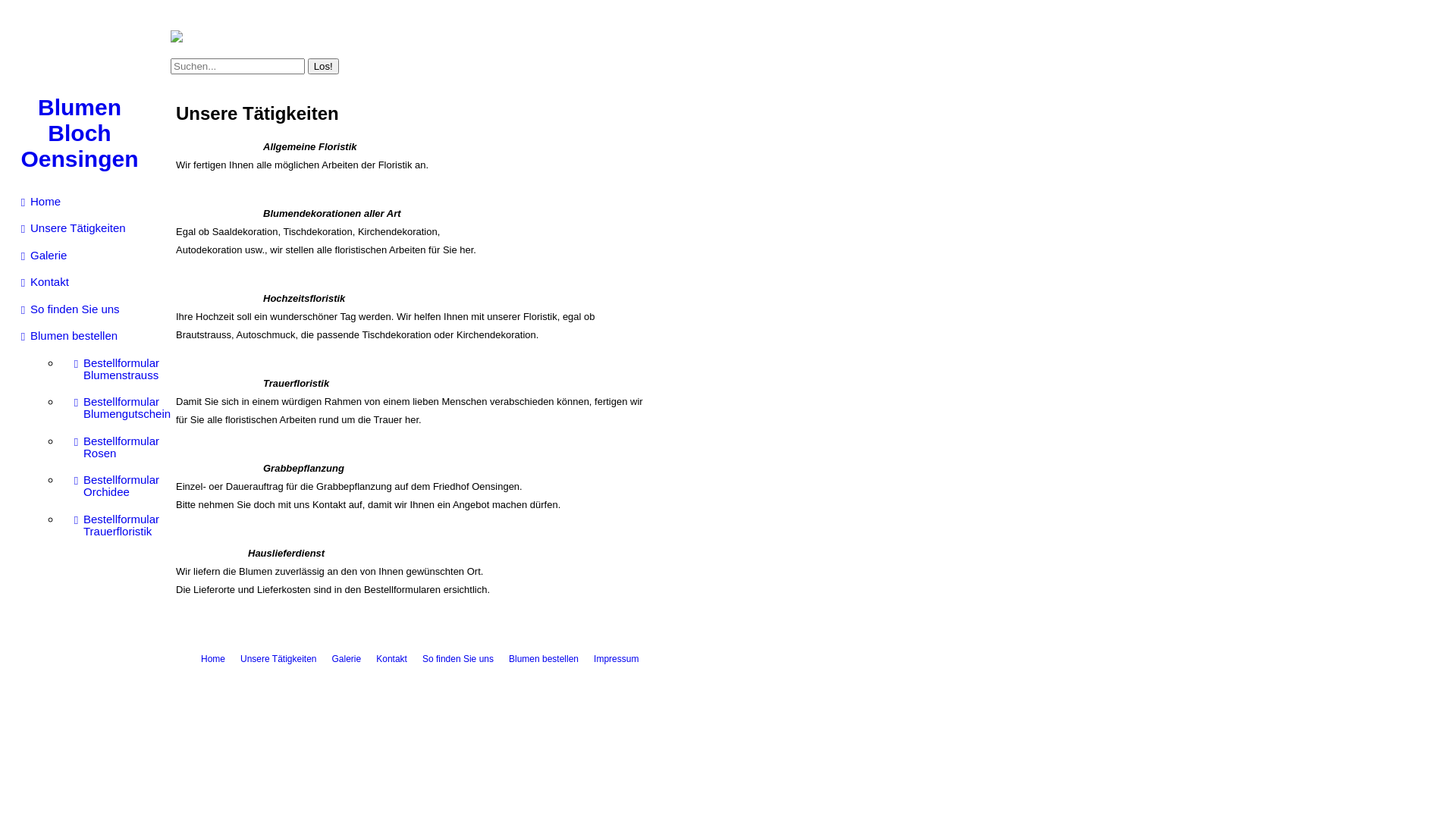 This screenshot has height=819, width=1456. I want to click on 'Bestellformular Blumengutschein', so click(112, 406).